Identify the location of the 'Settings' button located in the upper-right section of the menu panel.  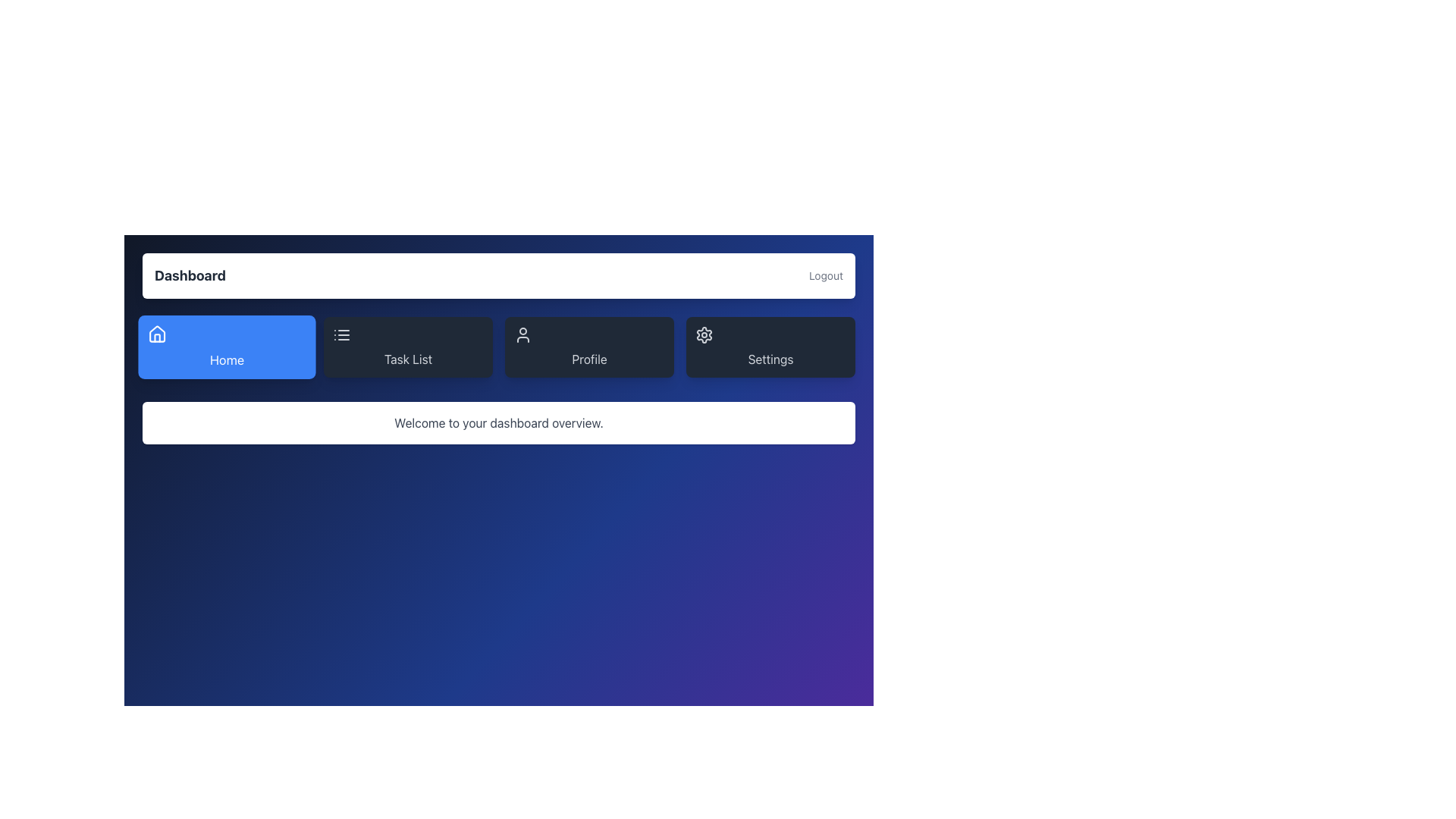
(770, 334).